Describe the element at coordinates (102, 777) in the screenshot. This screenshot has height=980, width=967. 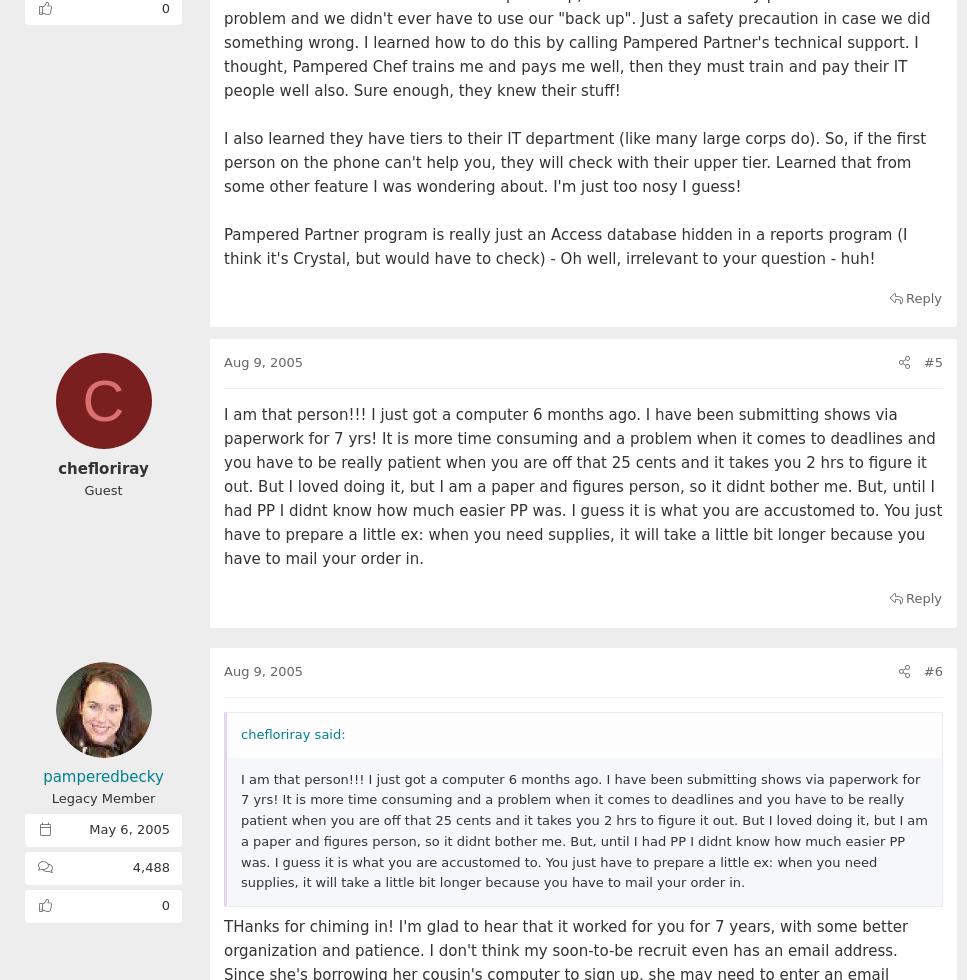
I see `'pamperedbecky'` at that location.